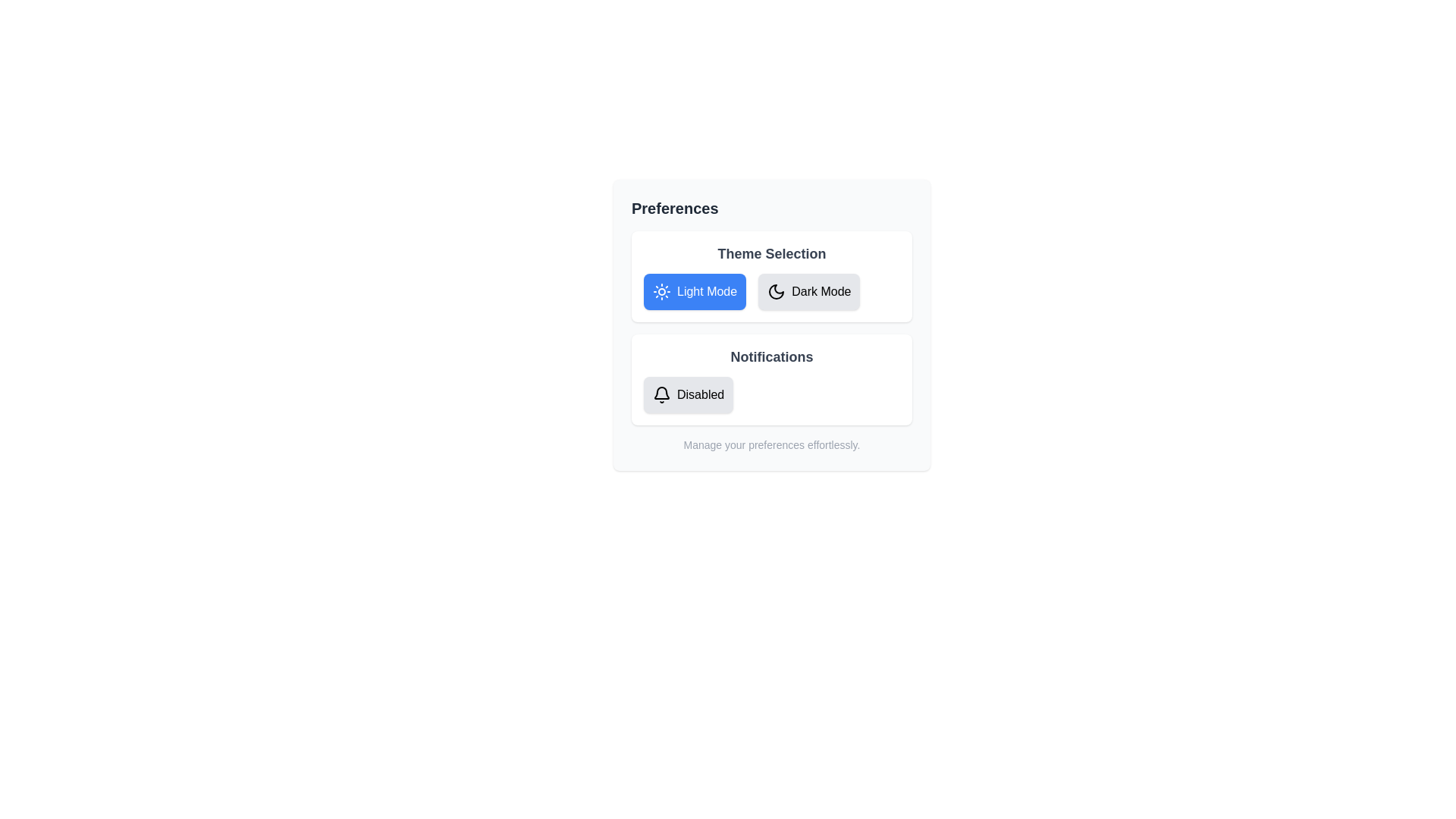 This screenshot has height=819, width=1456. Describe the element at coordinates (821, 292) in the screenshot. I see `the 'Dark Mode' text label located in the 'Theme Selection' section of the Preferences panel` at that location.